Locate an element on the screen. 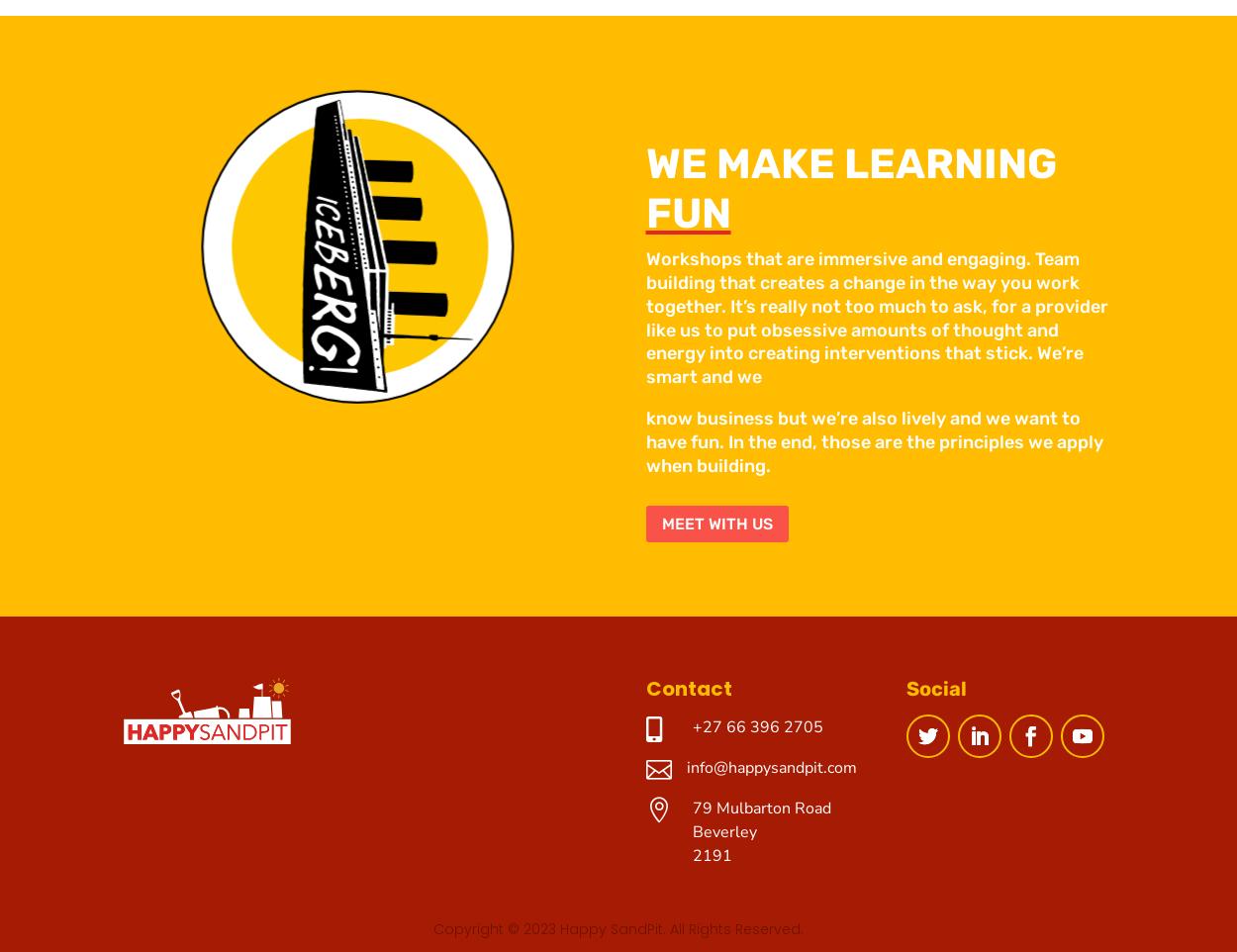  '79 Mulbarton Road' is located at coordinates (761, 808).